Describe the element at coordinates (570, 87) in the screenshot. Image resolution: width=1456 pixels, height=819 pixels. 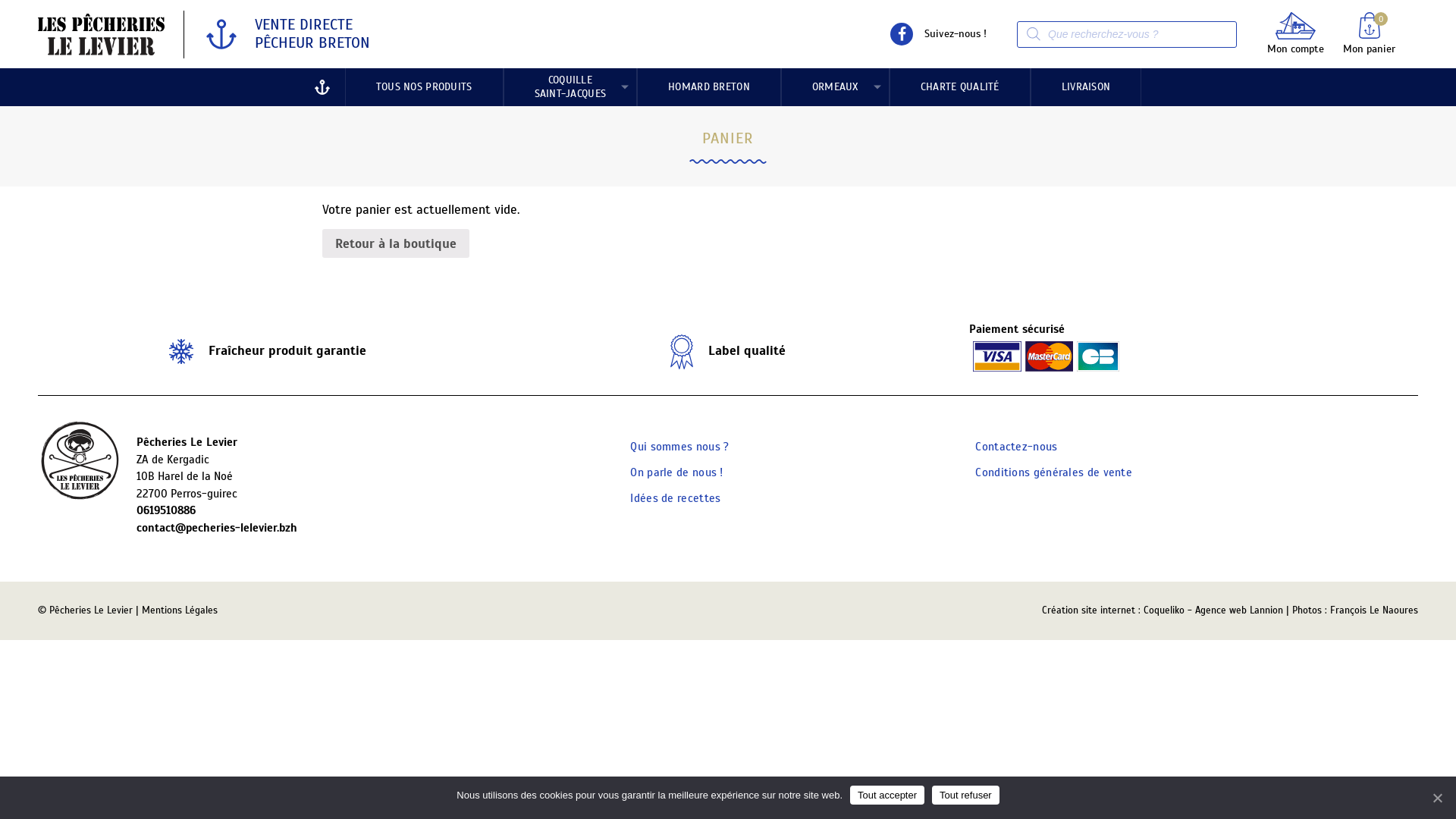
I see `'COQUILLE` at that location.